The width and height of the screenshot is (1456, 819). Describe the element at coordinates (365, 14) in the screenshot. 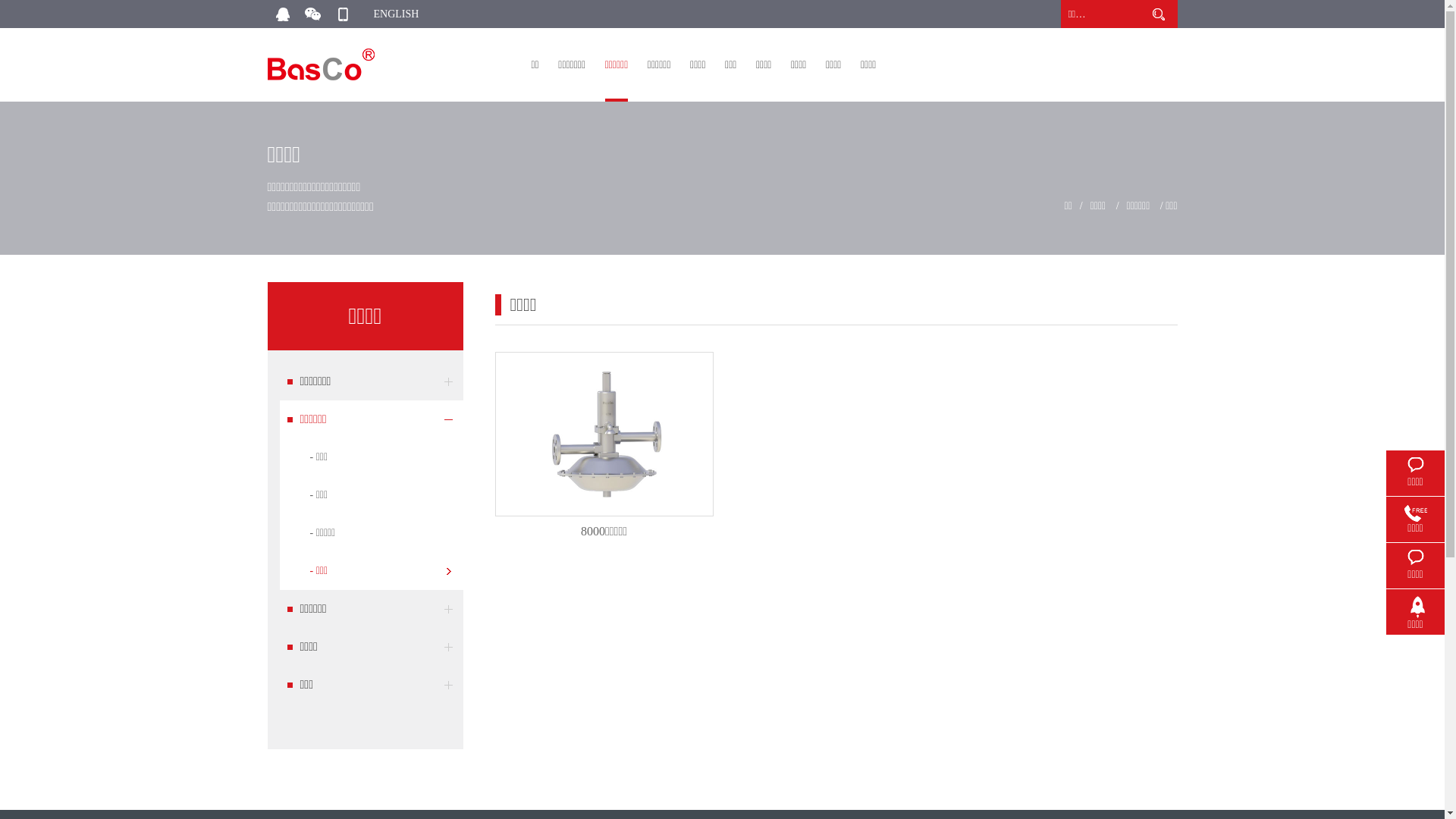

I see `'ENGLISH'` at that location.